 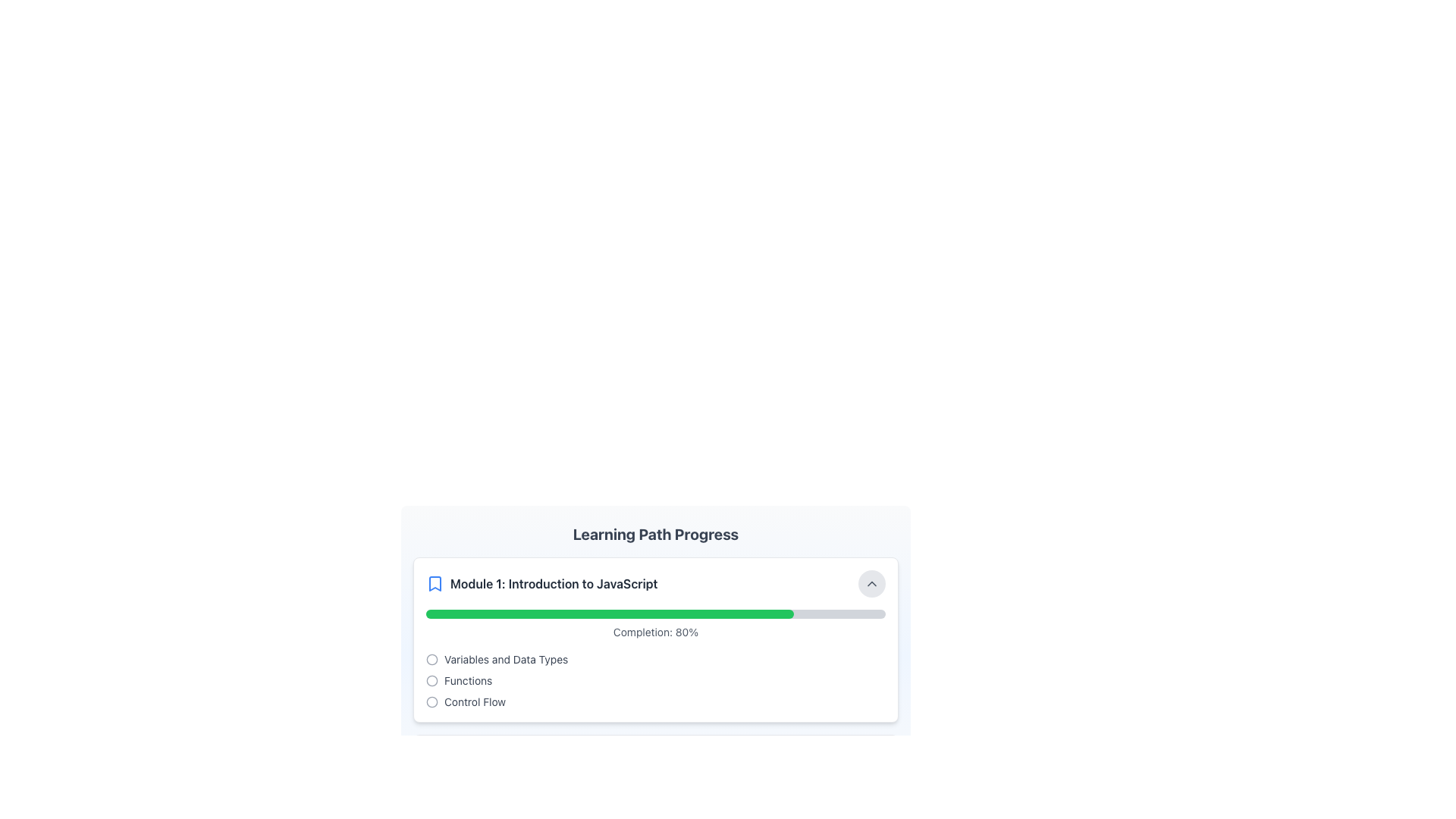 What do you see at coordinates (655, 652) in the screenshot?
I see `the green progress bar in the 'Module 1: Introduction to JavaScript' section` at bounding box center [655, 652].